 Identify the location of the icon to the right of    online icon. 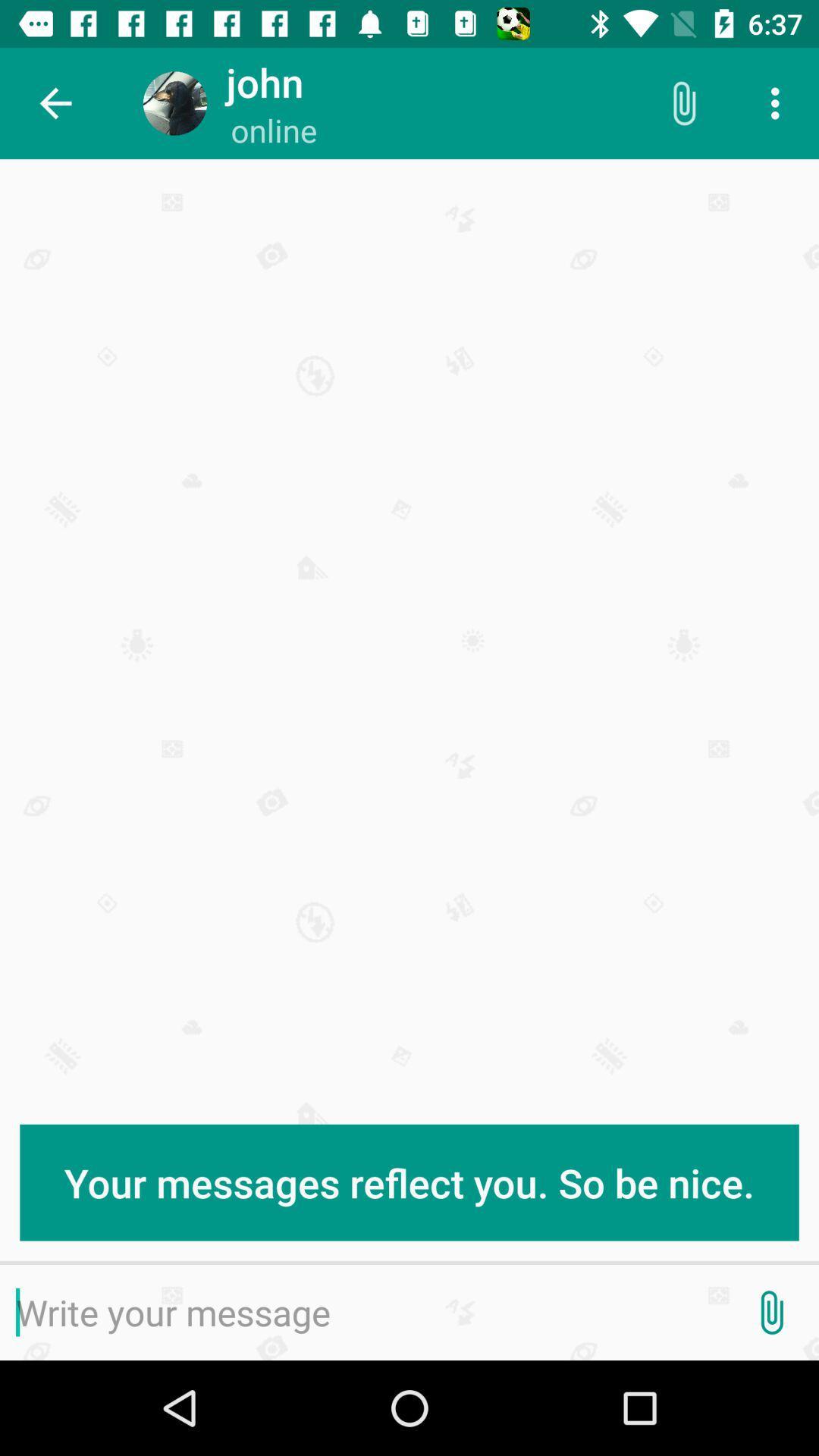
(683, 102).